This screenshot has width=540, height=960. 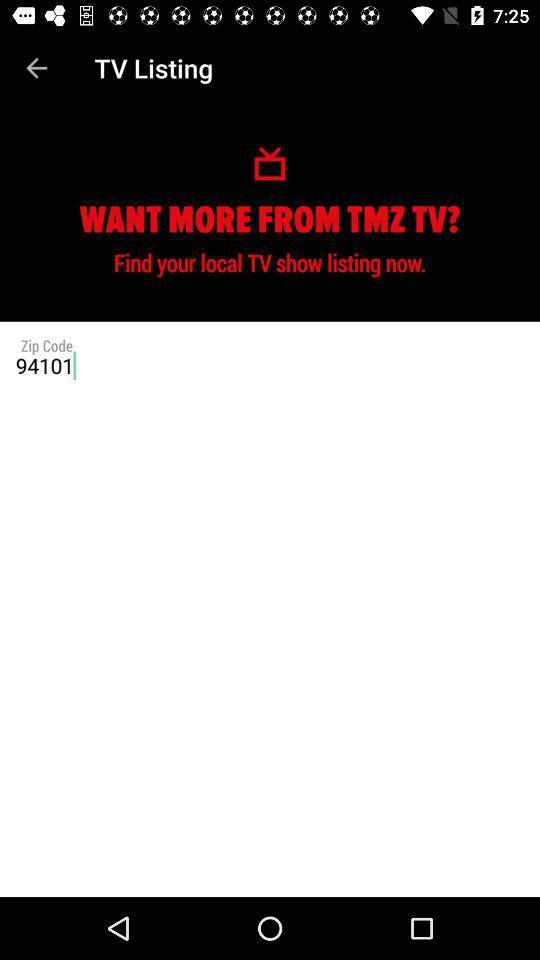 I want to click on item next to the tv listing icon, so click(x=36, y=68).